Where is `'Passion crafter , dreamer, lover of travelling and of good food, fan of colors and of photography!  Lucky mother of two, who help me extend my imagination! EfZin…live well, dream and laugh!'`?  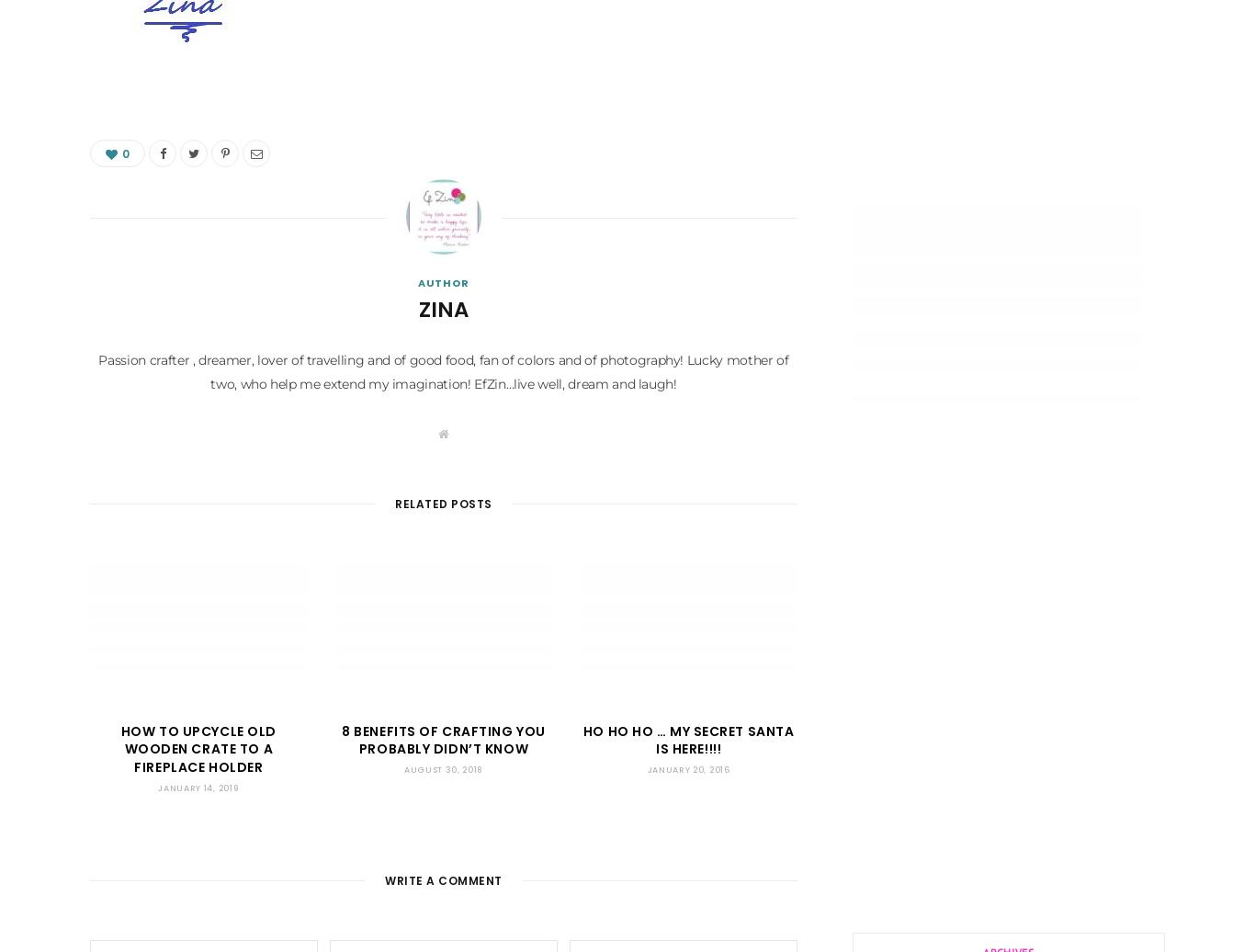 'Passion crafter , dreamer, lover of travelling and of good food, fan of colors and of photography!  Lucky mother of two, who help me extend my imagination! EfZin…live well, dream and laugh!' is located at coordinates (443, 371).